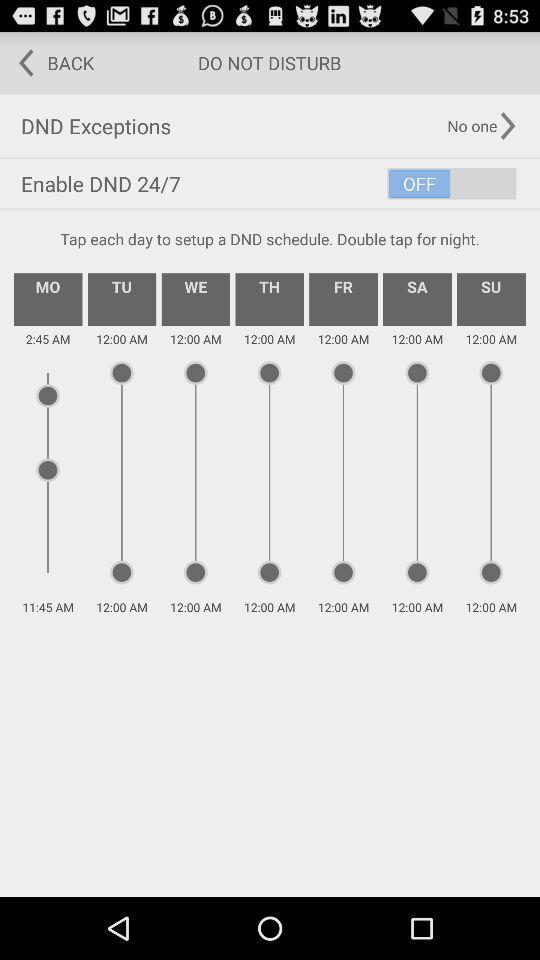  What do you see at coordinates (269, 298) in the screenshot?
I see `the icon below the tap each day icon` at bounding box center [269, 298].